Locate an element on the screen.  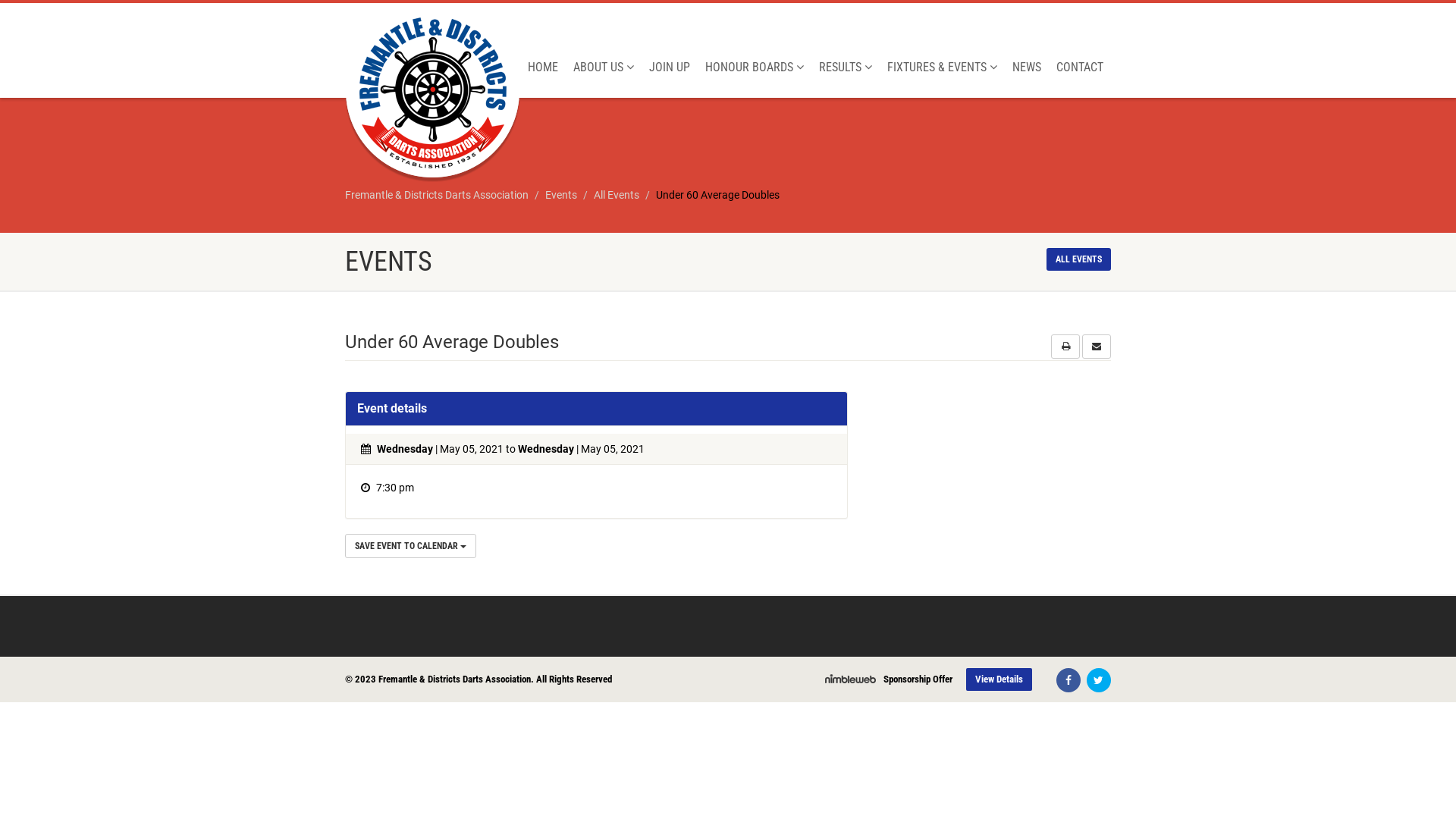
'Logo' is located at coordinates (431, 93).